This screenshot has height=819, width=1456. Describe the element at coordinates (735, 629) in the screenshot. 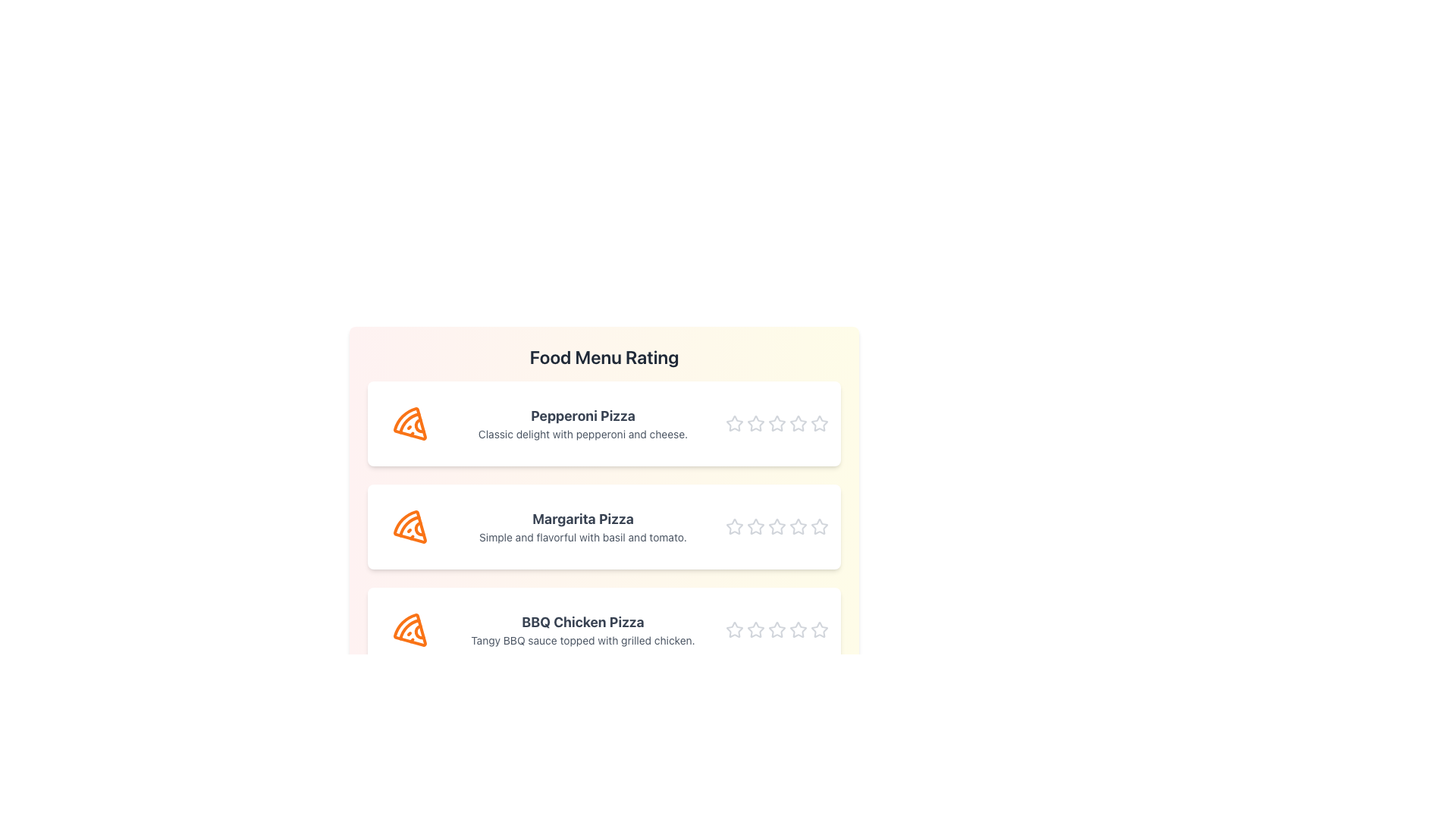

I see `the first star icon in the five-star rating system for the 'BBQ Chicken Pizza' menu item` at that location.